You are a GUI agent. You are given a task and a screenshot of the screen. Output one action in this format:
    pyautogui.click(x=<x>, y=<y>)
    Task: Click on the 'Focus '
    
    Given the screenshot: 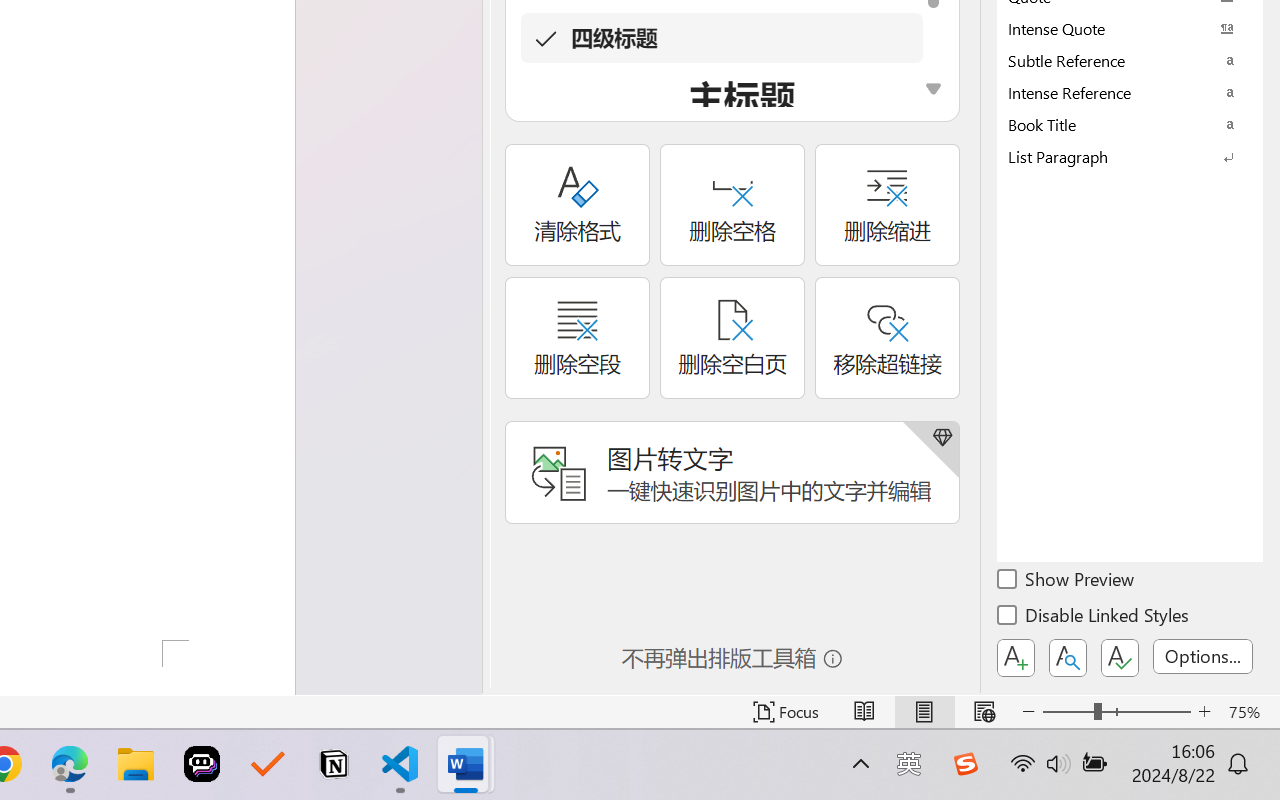 What is the action you would take?
    pyautogui.click(x=785, y=711)
    